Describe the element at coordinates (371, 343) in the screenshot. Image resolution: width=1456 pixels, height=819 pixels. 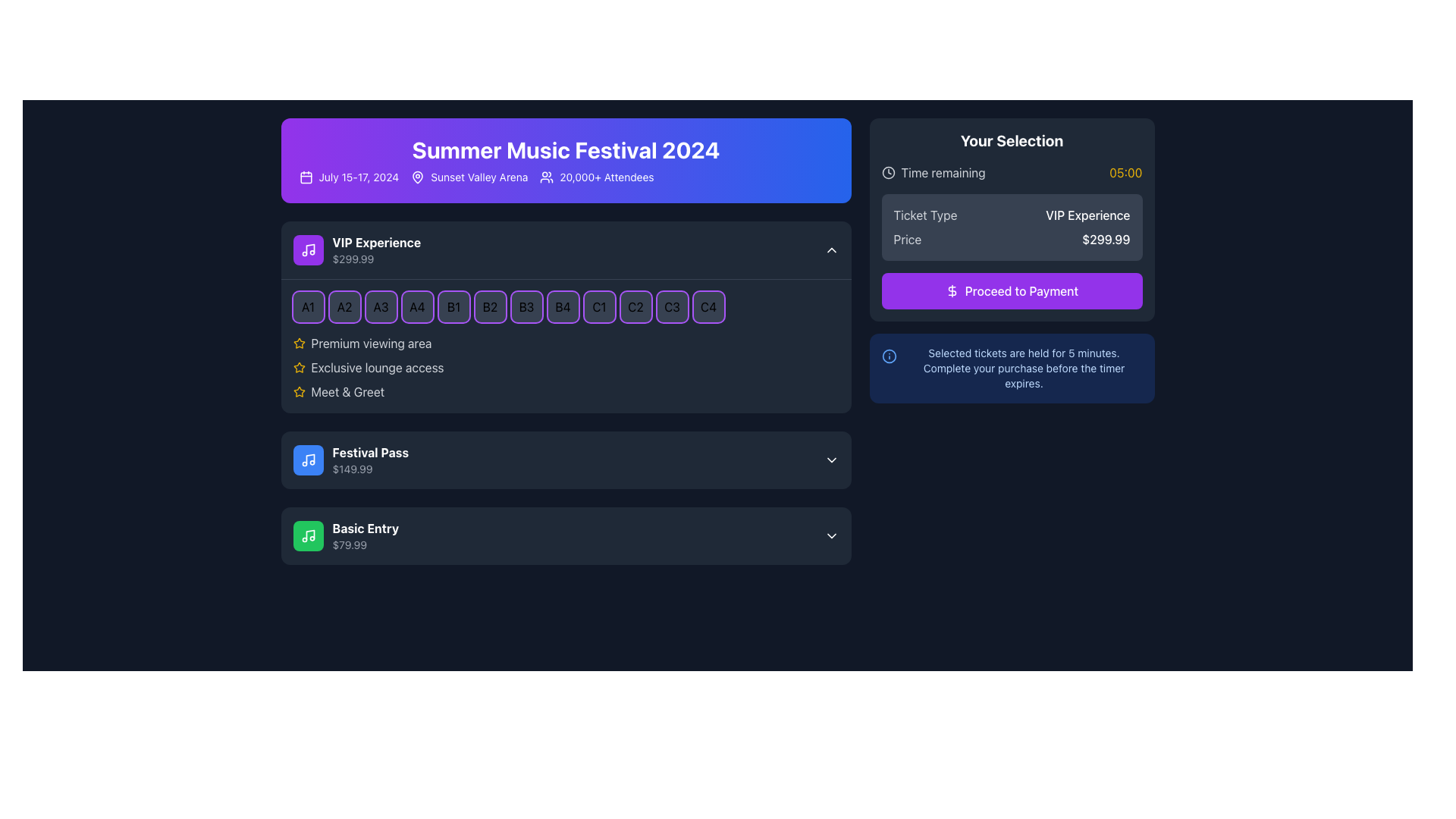
I see `the text label displaying 'Premium viewing area' which is styled in light gray and positioned under the 'VIP Experience' section` at that location.